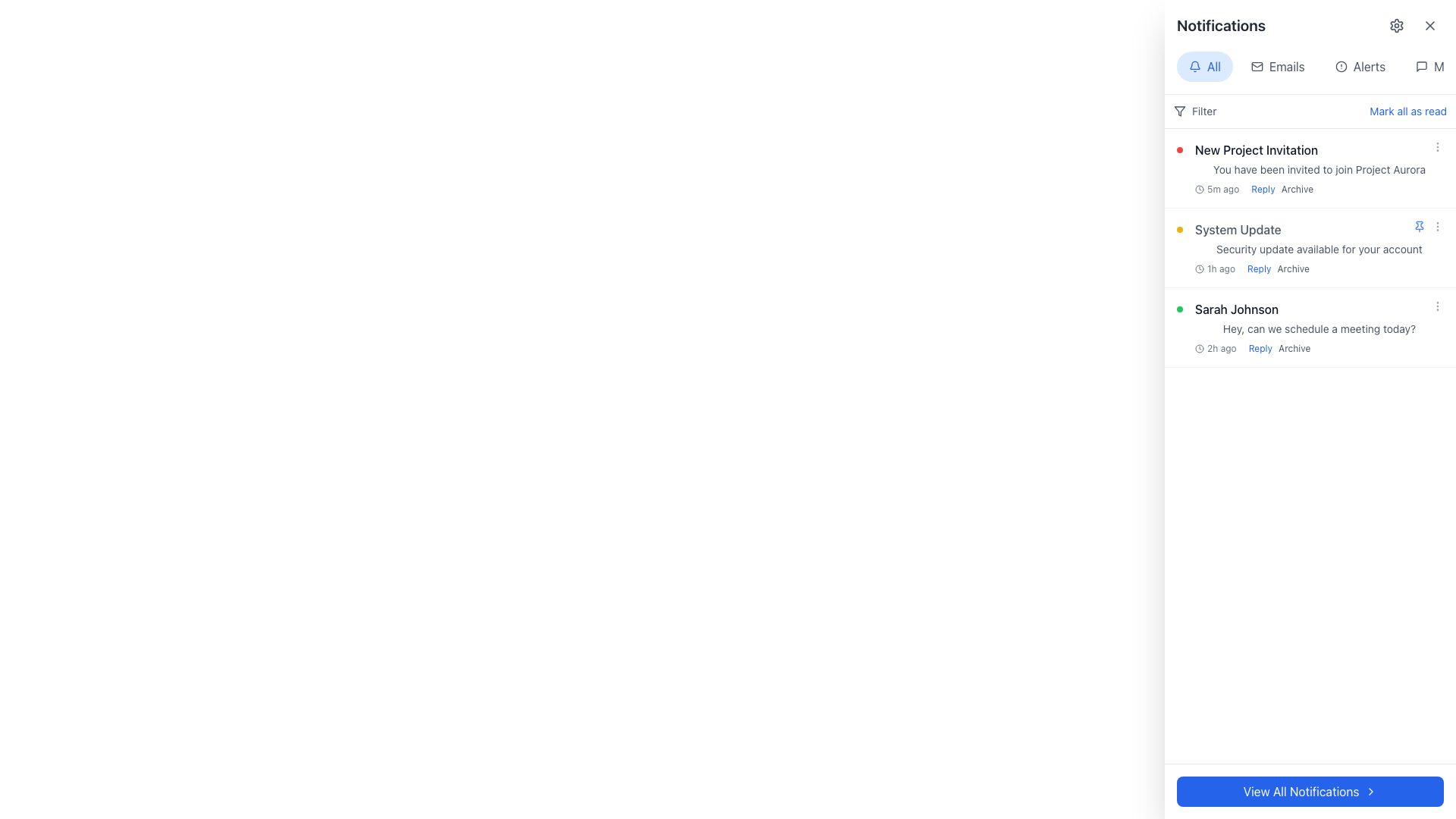  What do you see at coordinates (1419, 227) in the screenshot?
I see `the notification indicator icon located to the right of the 'System Update' notification, just before the three-dot menu icon` at bounding box center [1419, 227].